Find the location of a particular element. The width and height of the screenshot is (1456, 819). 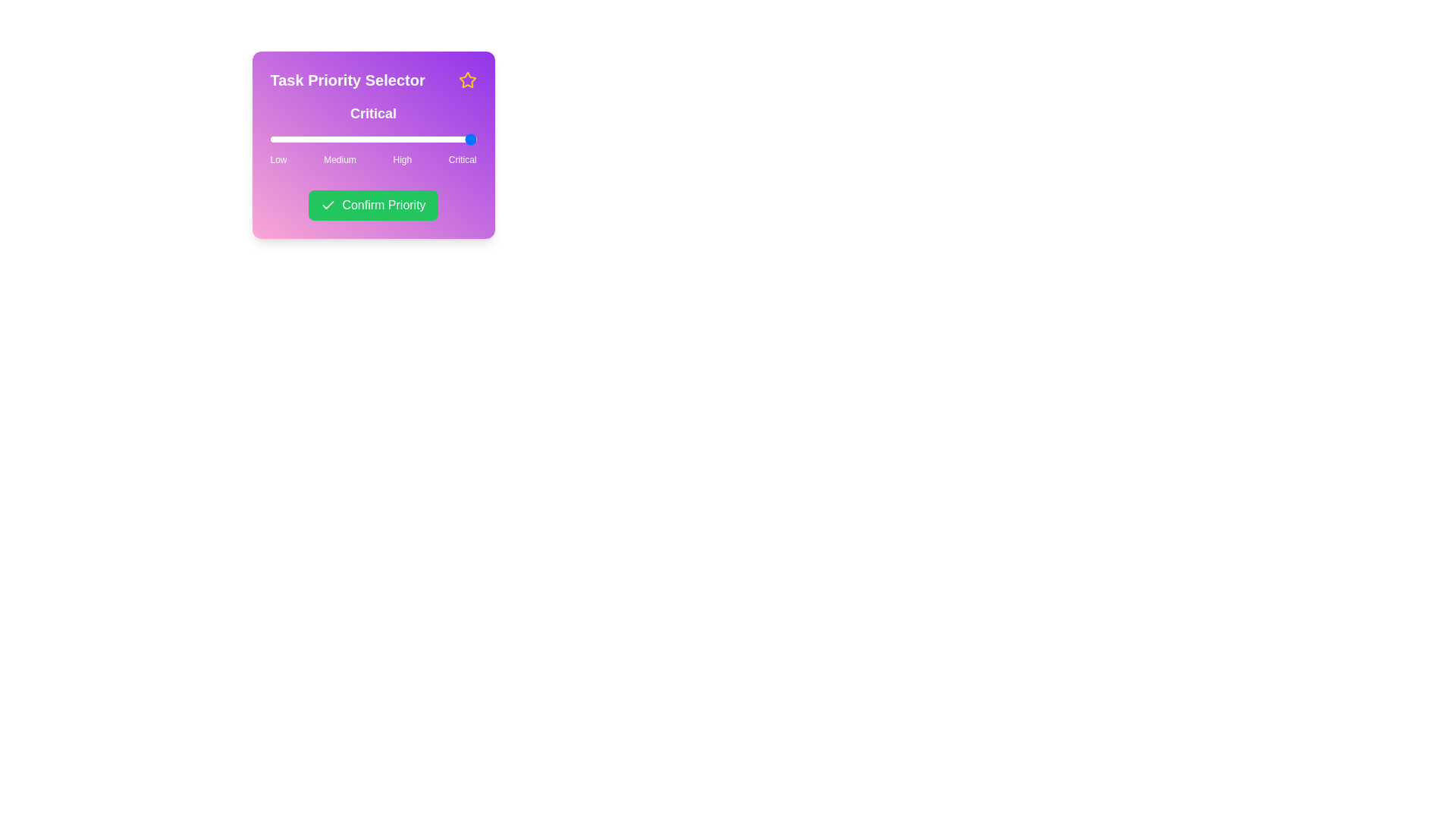

the priority level on the slider is located at coordinates (338, 140).